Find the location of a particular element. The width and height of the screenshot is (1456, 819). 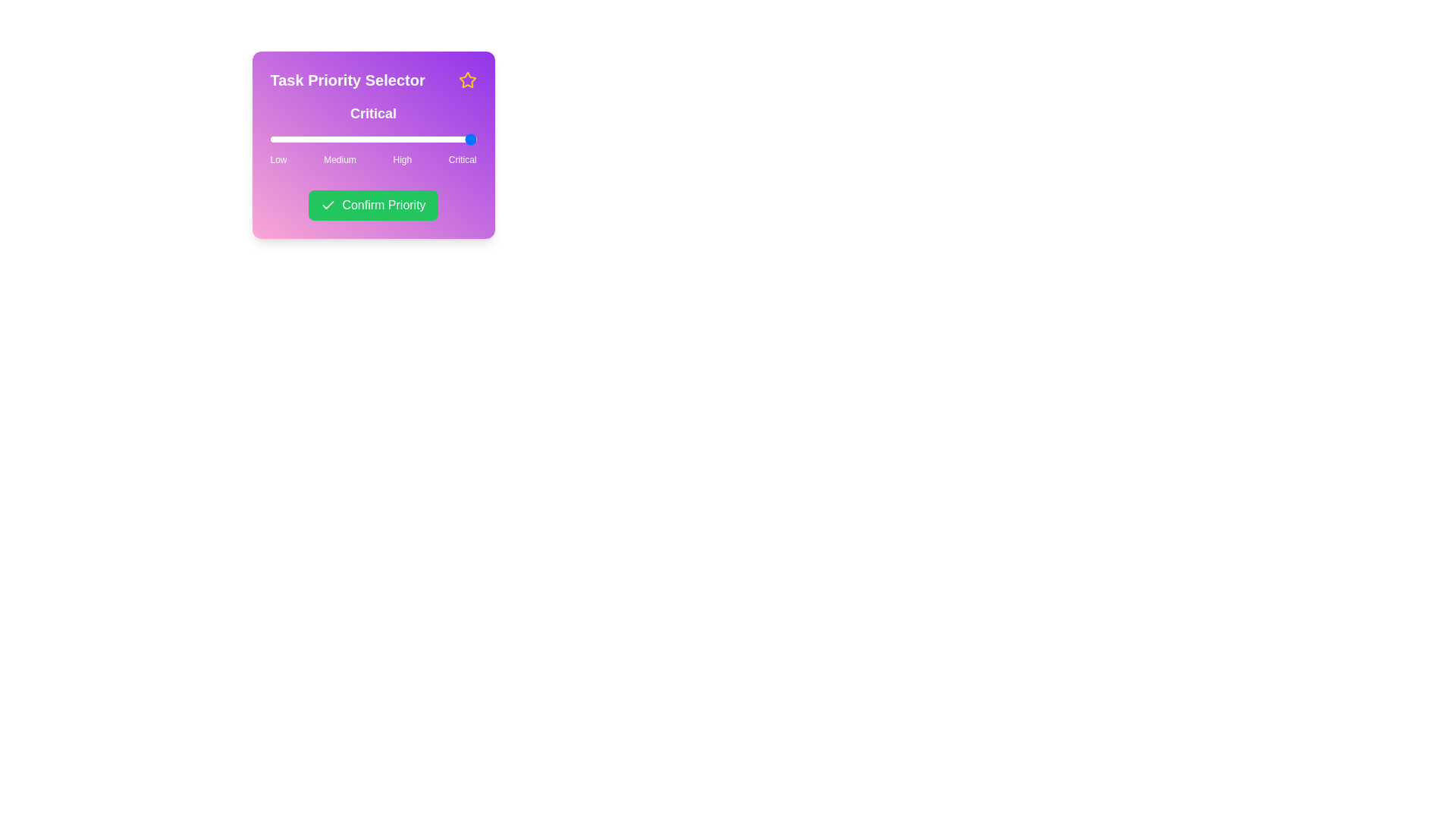

the priority level on the slider is located at coordinates (338, 140).